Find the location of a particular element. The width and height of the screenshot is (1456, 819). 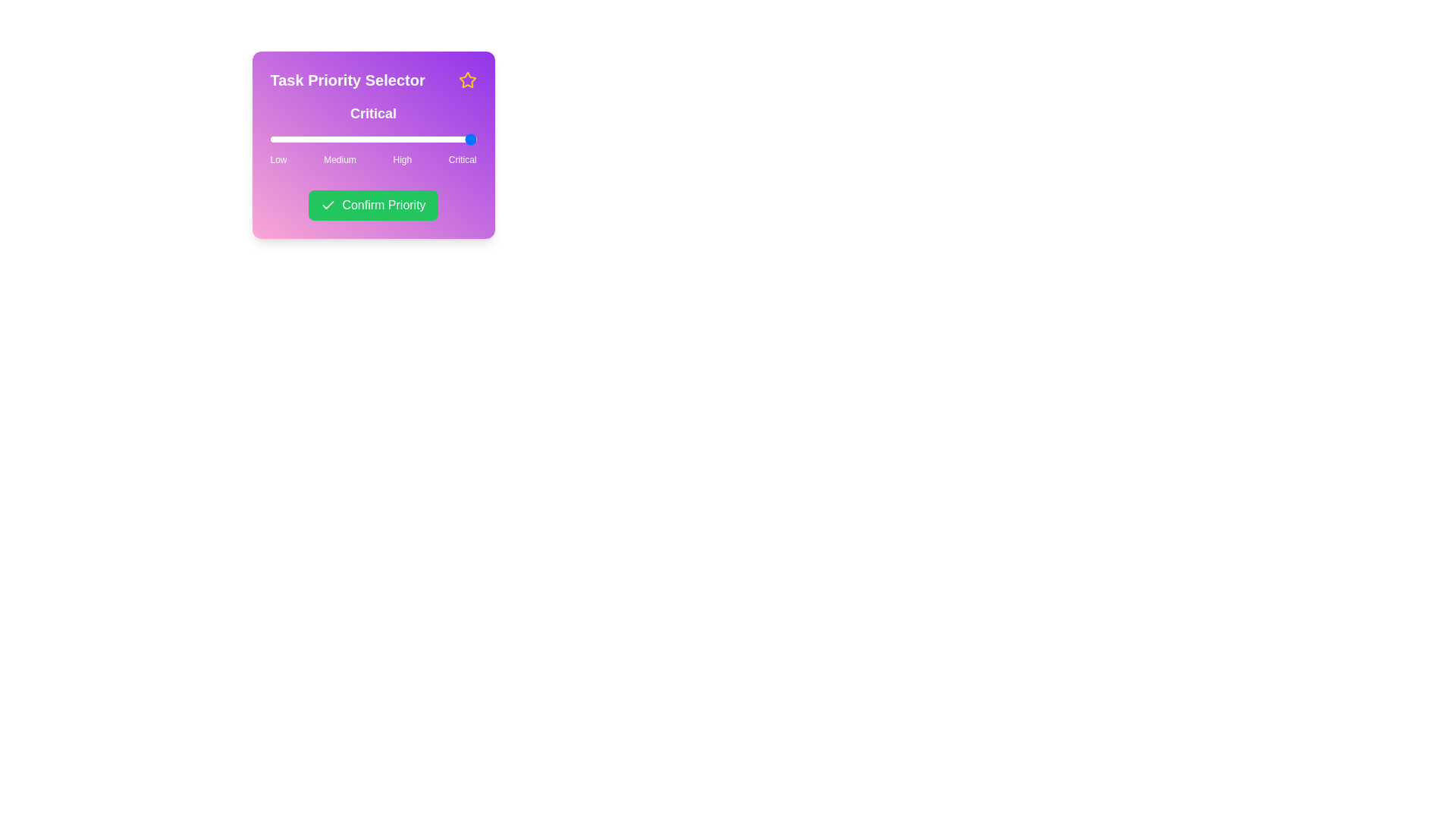

the priority level on the slider is located at coordinates (338, 140).